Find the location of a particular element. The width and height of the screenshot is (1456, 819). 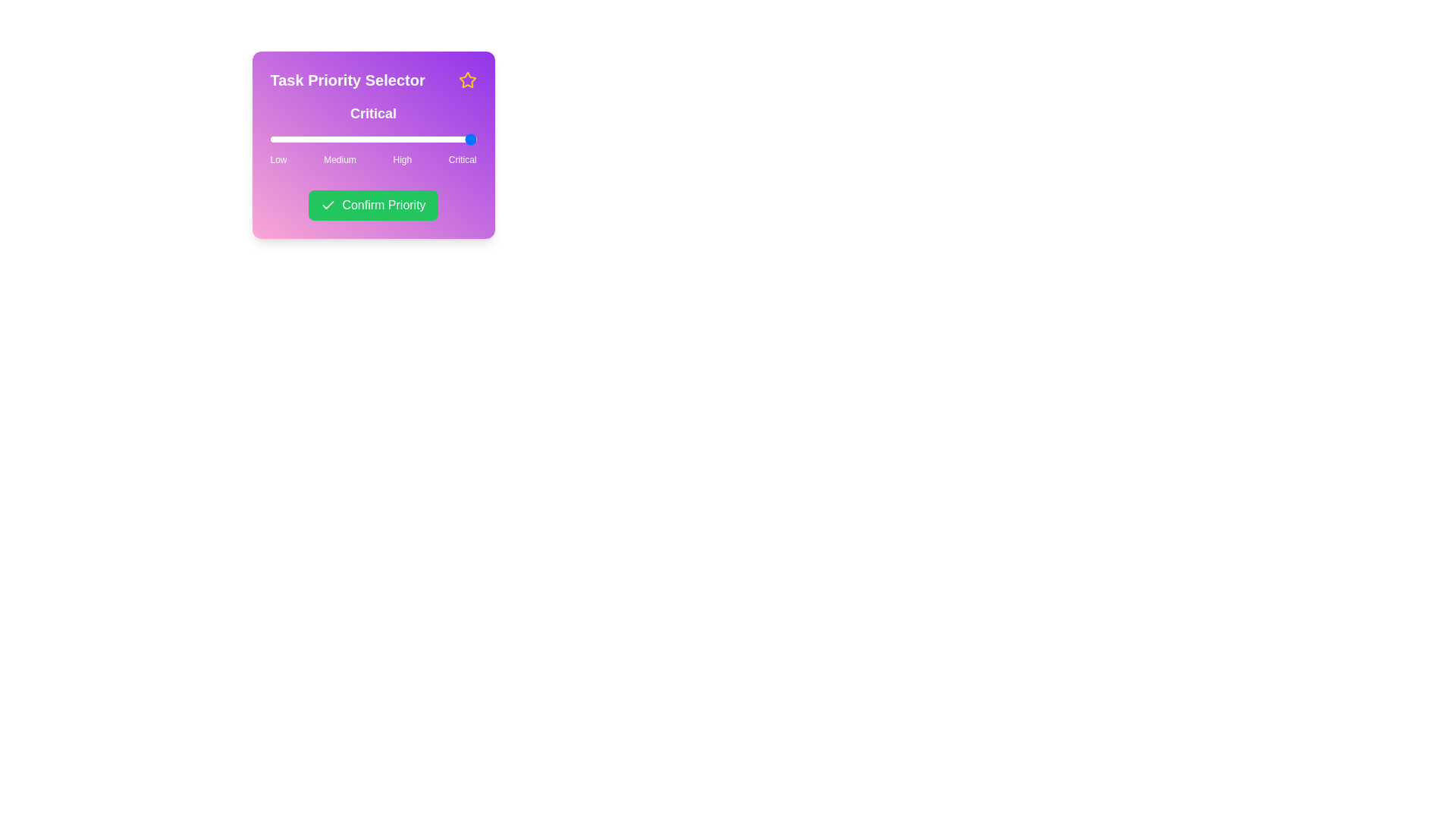

the priority level on the slider is located at coordinates (338, 140).